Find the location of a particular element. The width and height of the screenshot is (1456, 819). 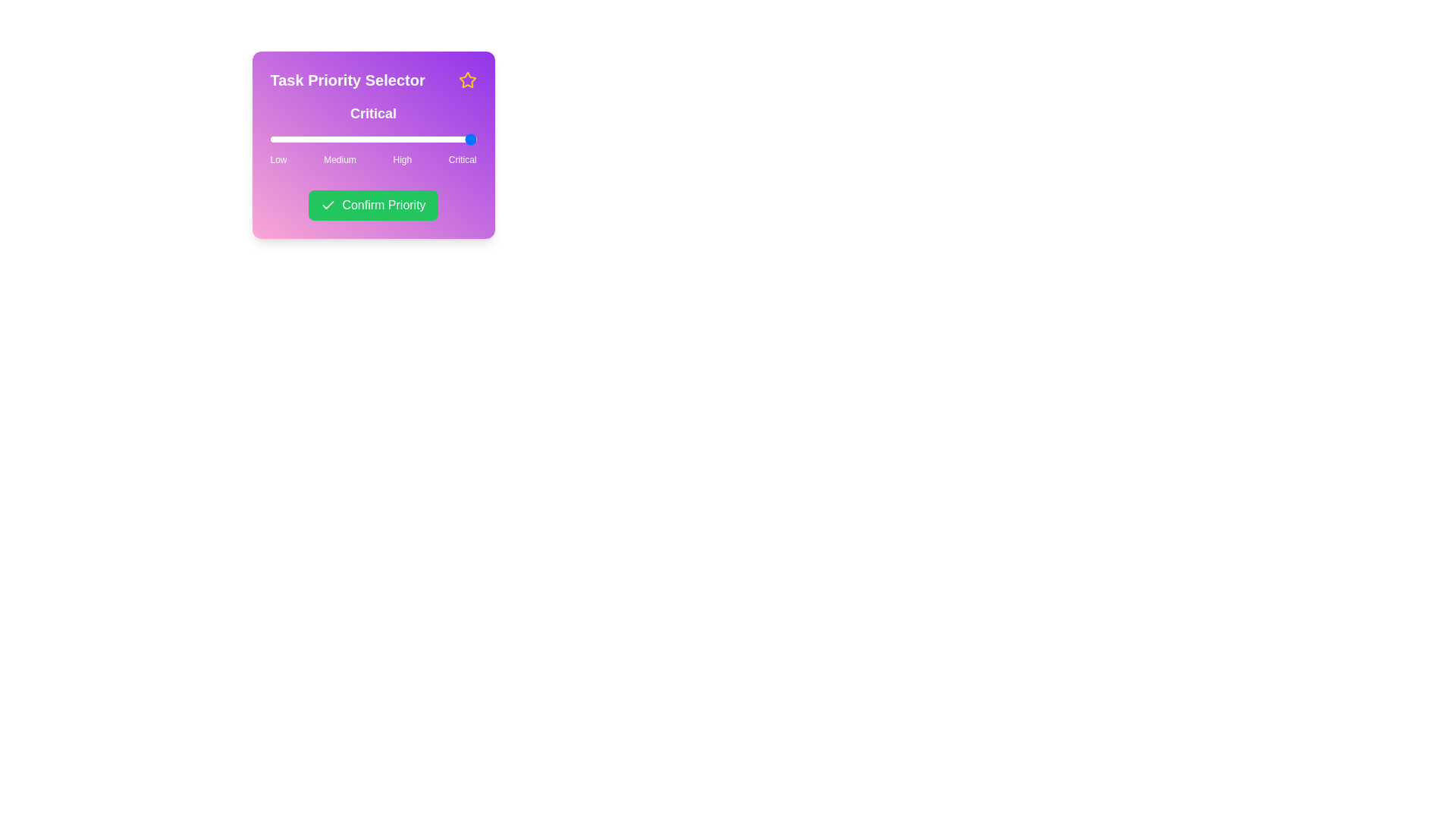

the priority level on the slider is located at coordinates (338, 140).